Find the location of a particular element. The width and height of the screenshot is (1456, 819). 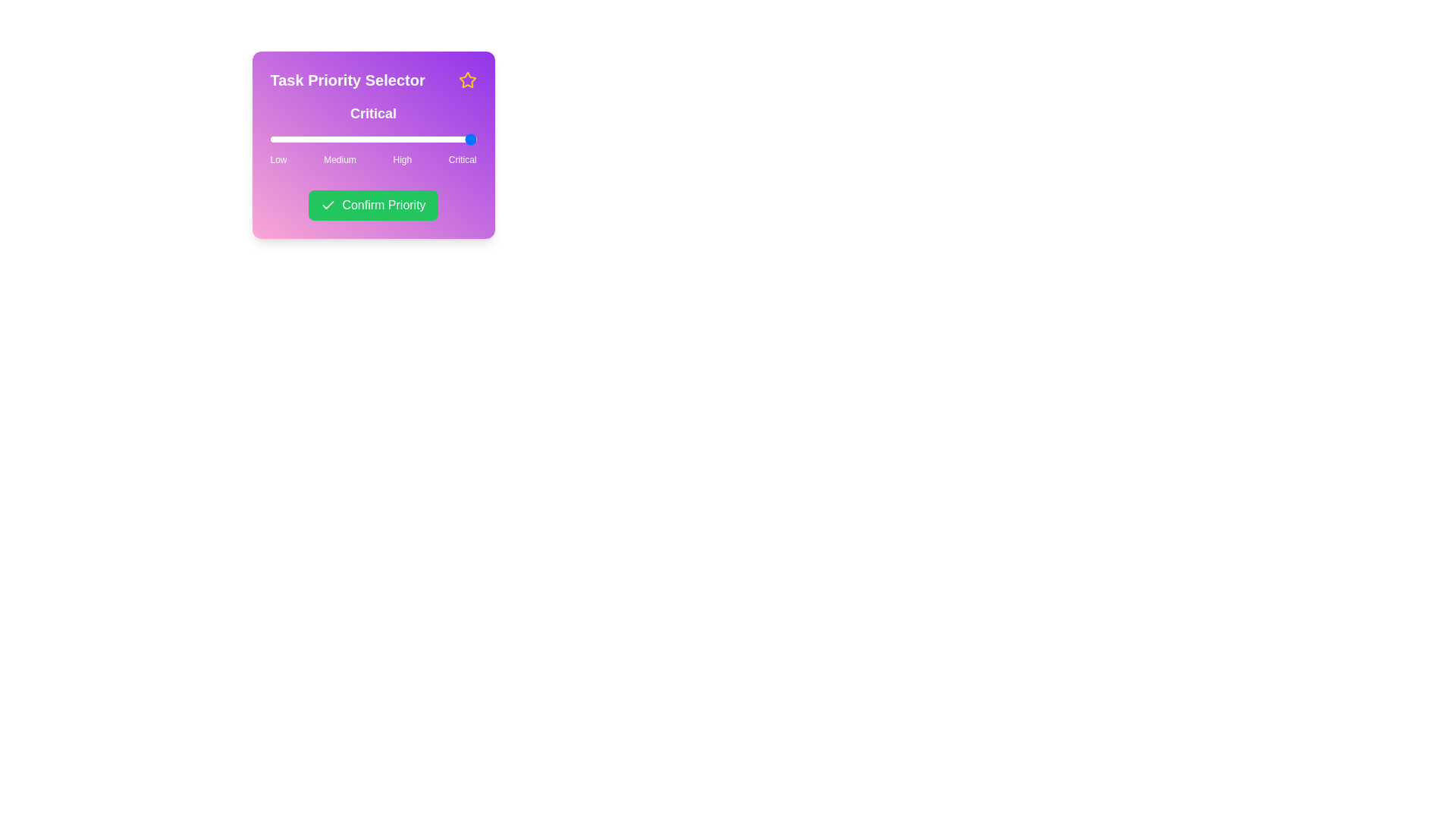

the priority level on the slider is located at coordinates (338, 140).